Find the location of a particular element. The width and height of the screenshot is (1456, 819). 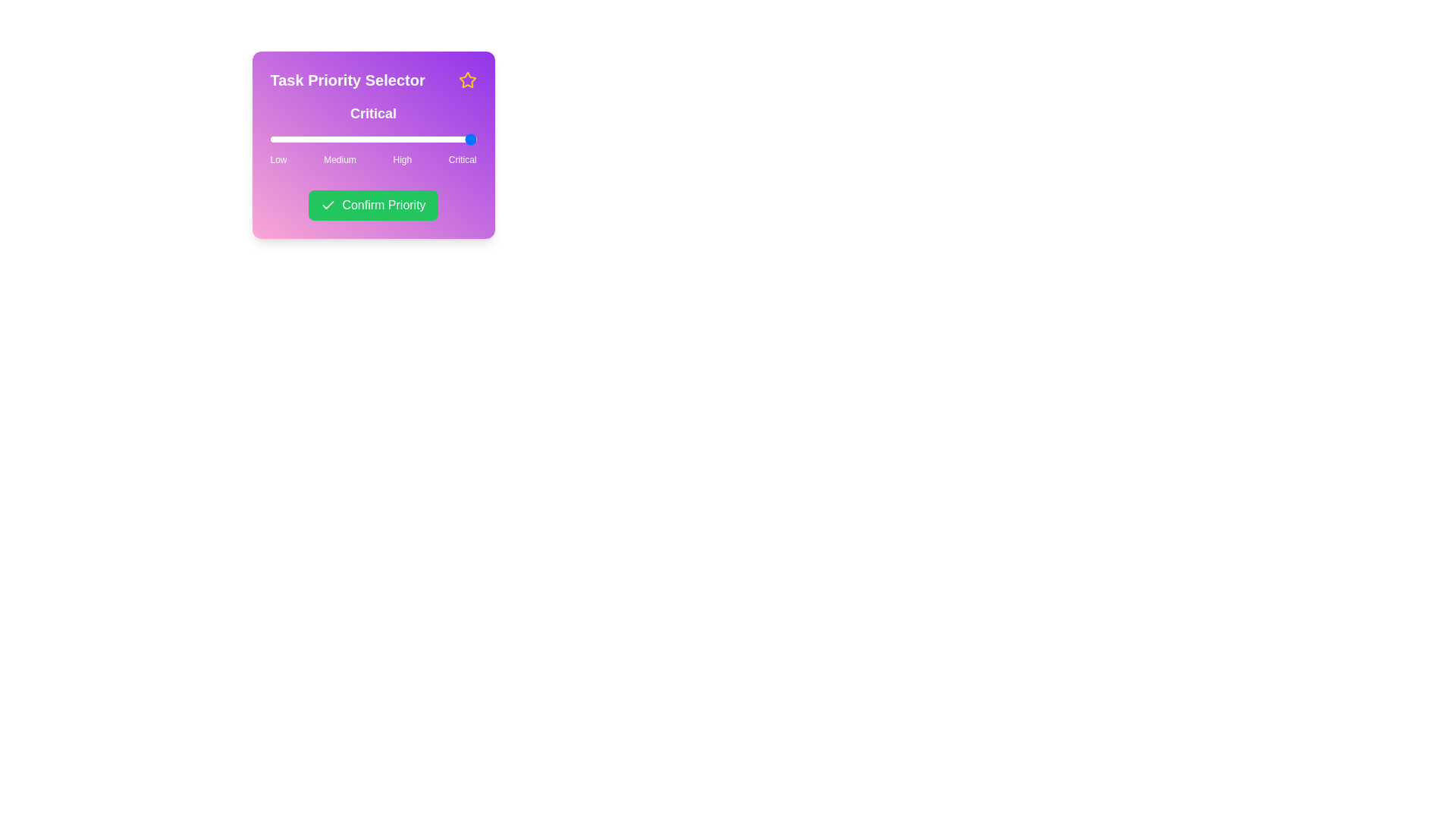

the priority level on the slider is located at coordinates (338, 140).